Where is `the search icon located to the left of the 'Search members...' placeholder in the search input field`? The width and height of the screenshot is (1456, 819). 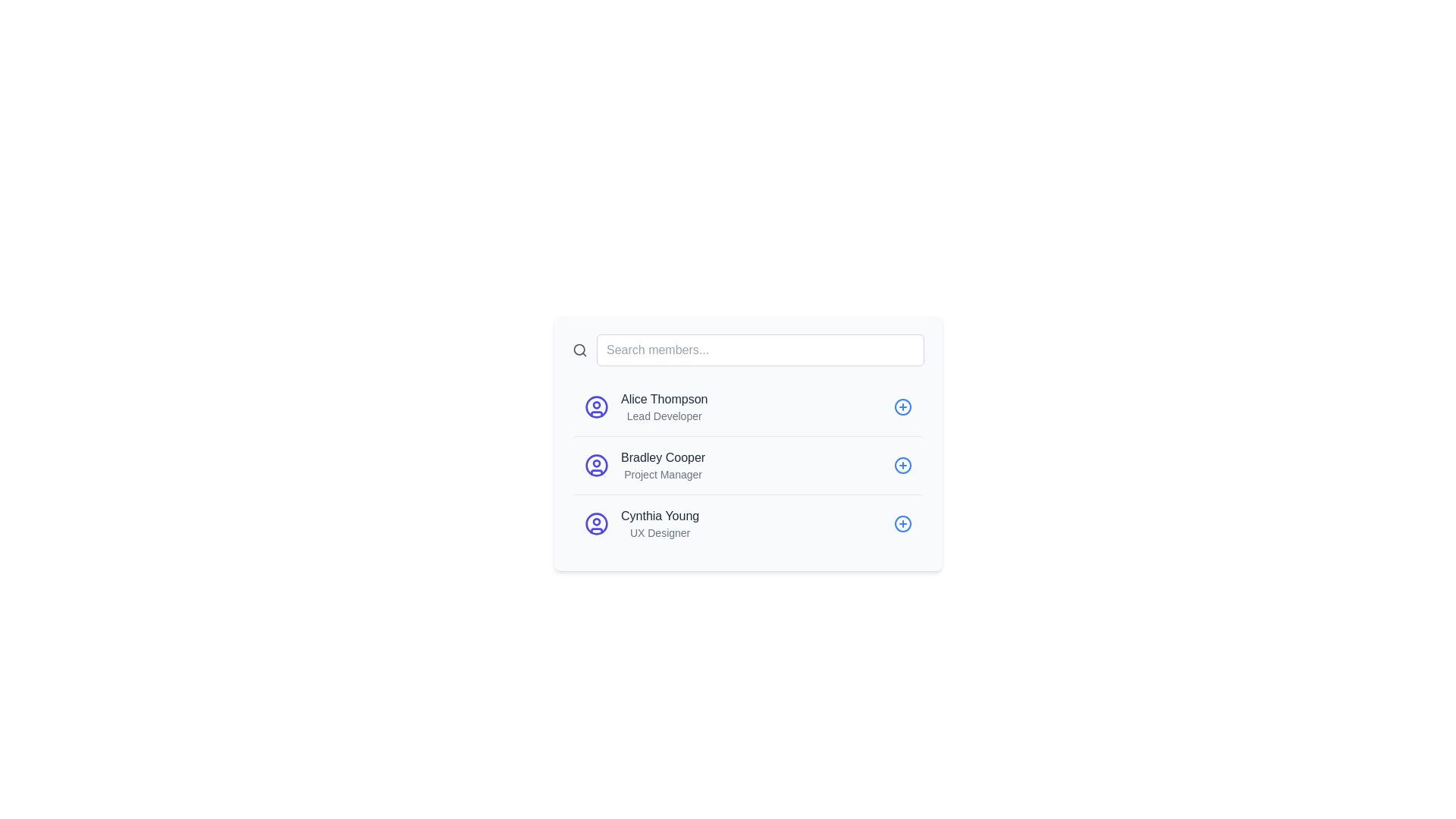
the search icon located to the left of the 'Search members...' placeholder in the search input field is located at coordinates (579, 350).